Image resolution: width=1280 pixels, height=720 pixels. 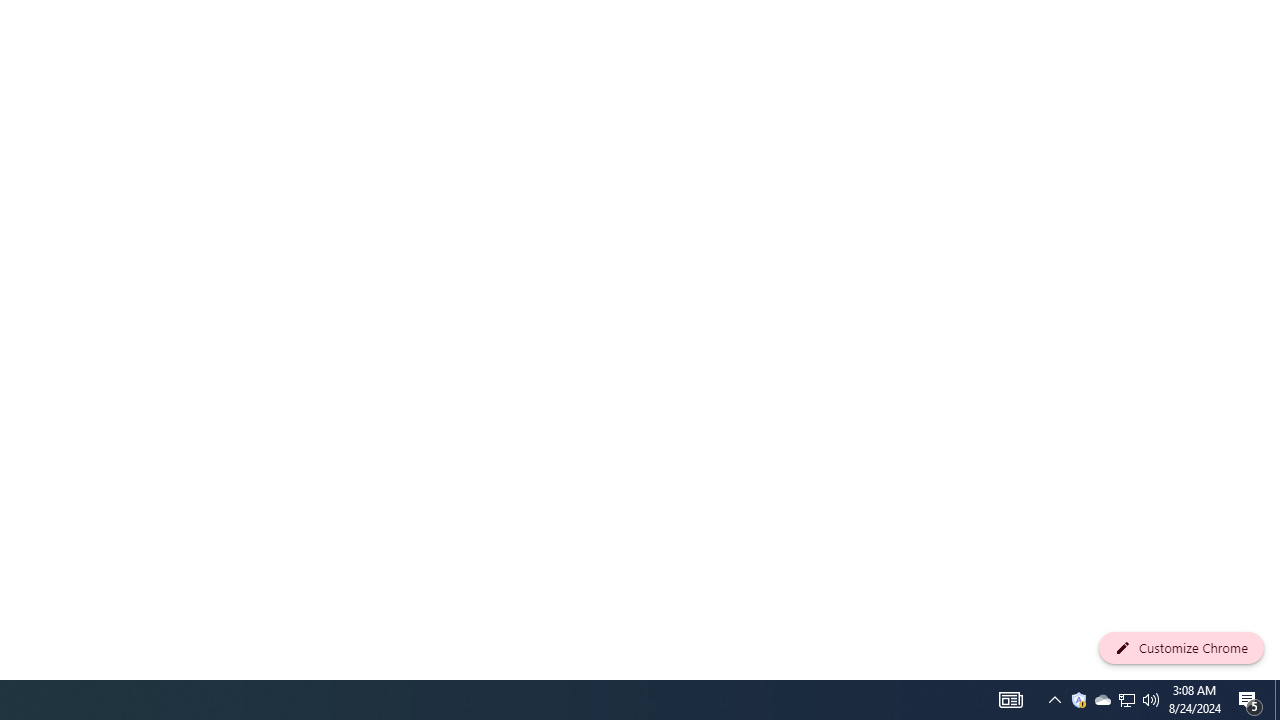 I want to click on 'Customize Chrome', so click(x=1181, y=648).